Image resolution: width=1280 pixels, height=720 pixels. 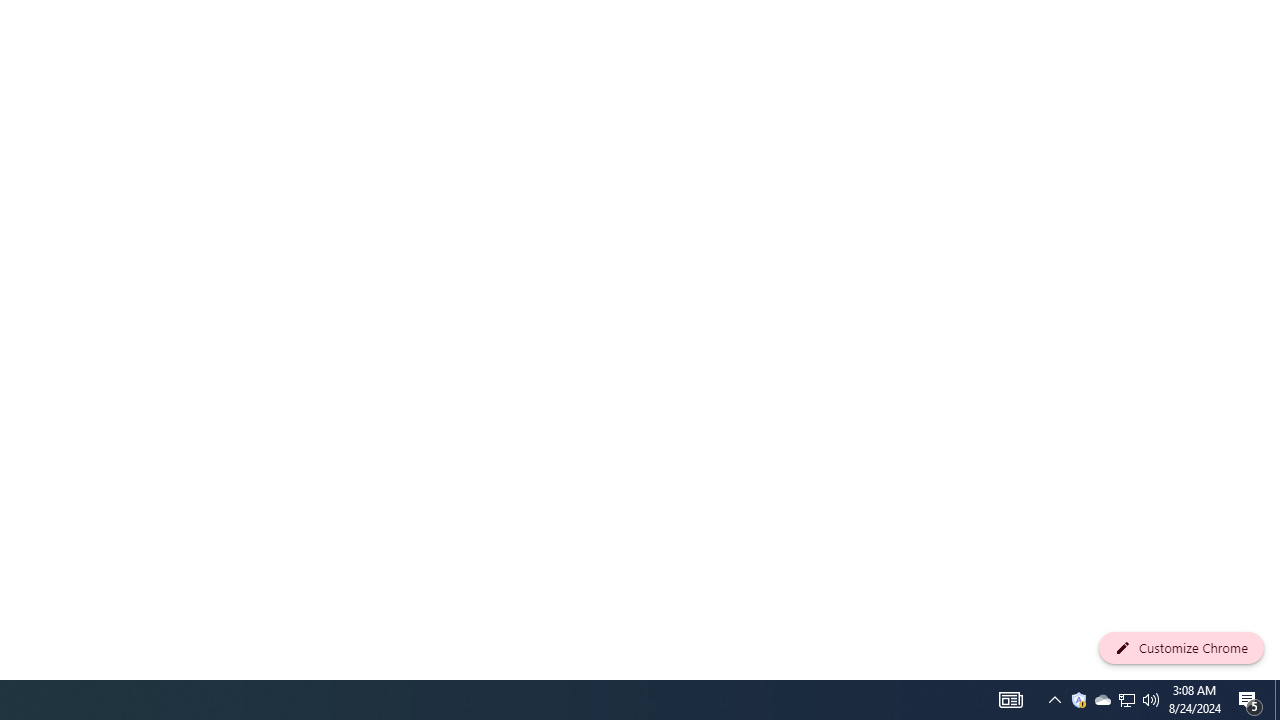 I want to click on 'Customize Chrome', so click(x=1181, y=648).